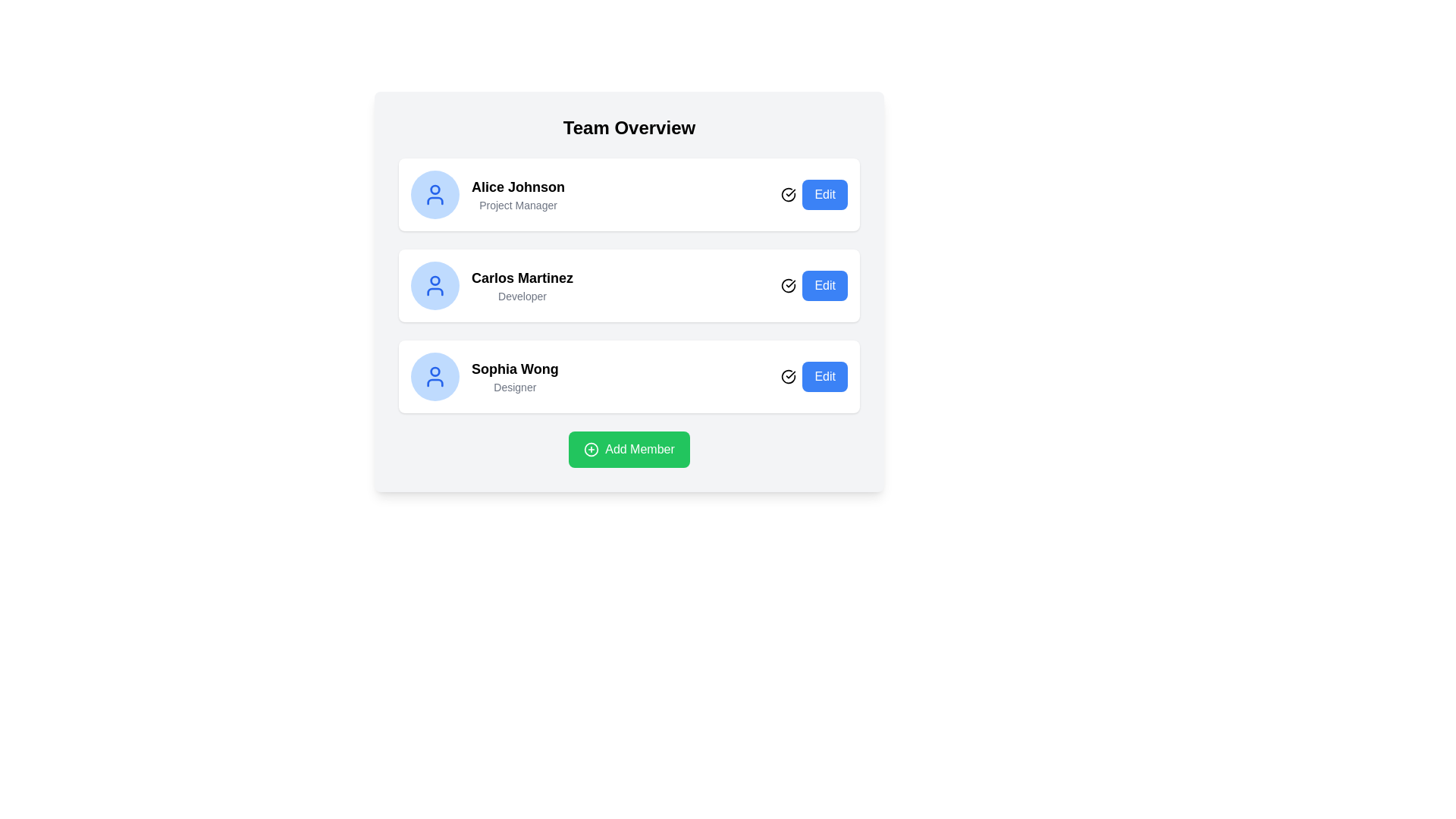  Describe the element at coordinates (522, 286) in the screenshot. I see `the text block displaying the name and role of a user, located centrally in the second card of the vertical list of user cards, between 'Alice Johnson Project Manager' and 'Sophia Wong Designer'` at that location.